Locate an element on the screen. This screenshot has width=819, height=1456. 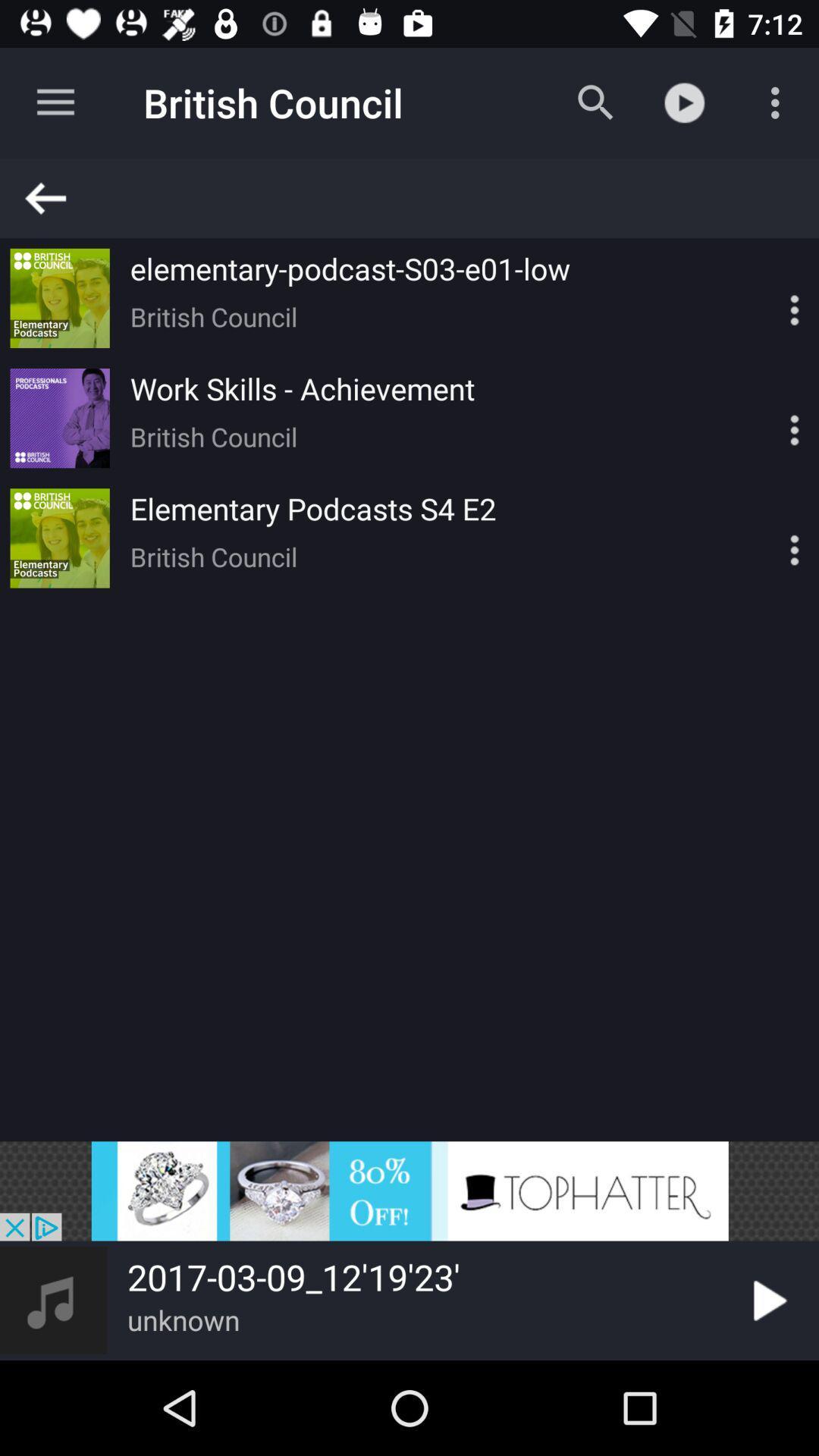
advertising is located at coordinates (409, 1190).